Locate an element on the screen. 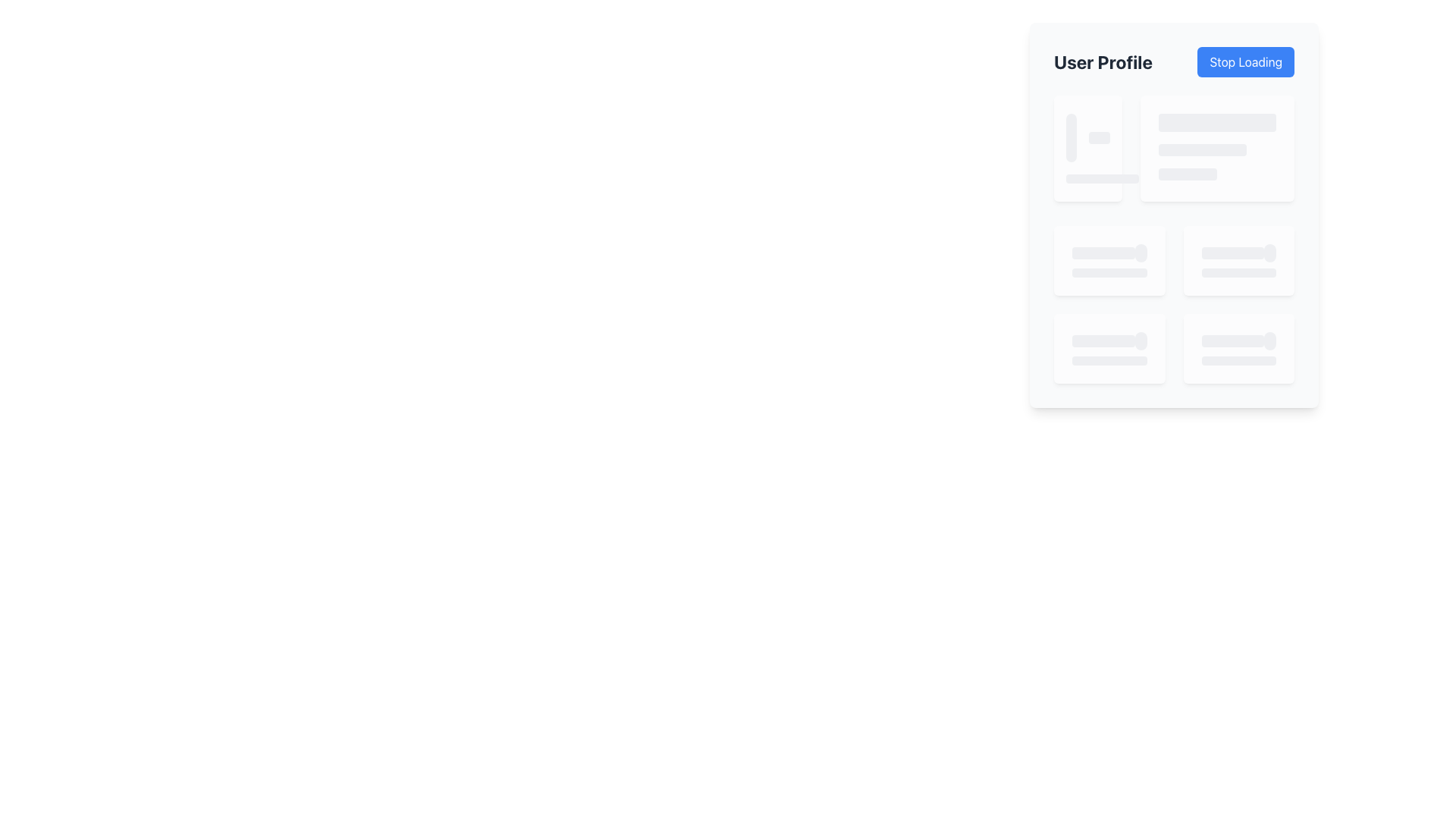 The width and height of the screenshot is (1456, 819). the slider value is located at coordinates (1094, 341).